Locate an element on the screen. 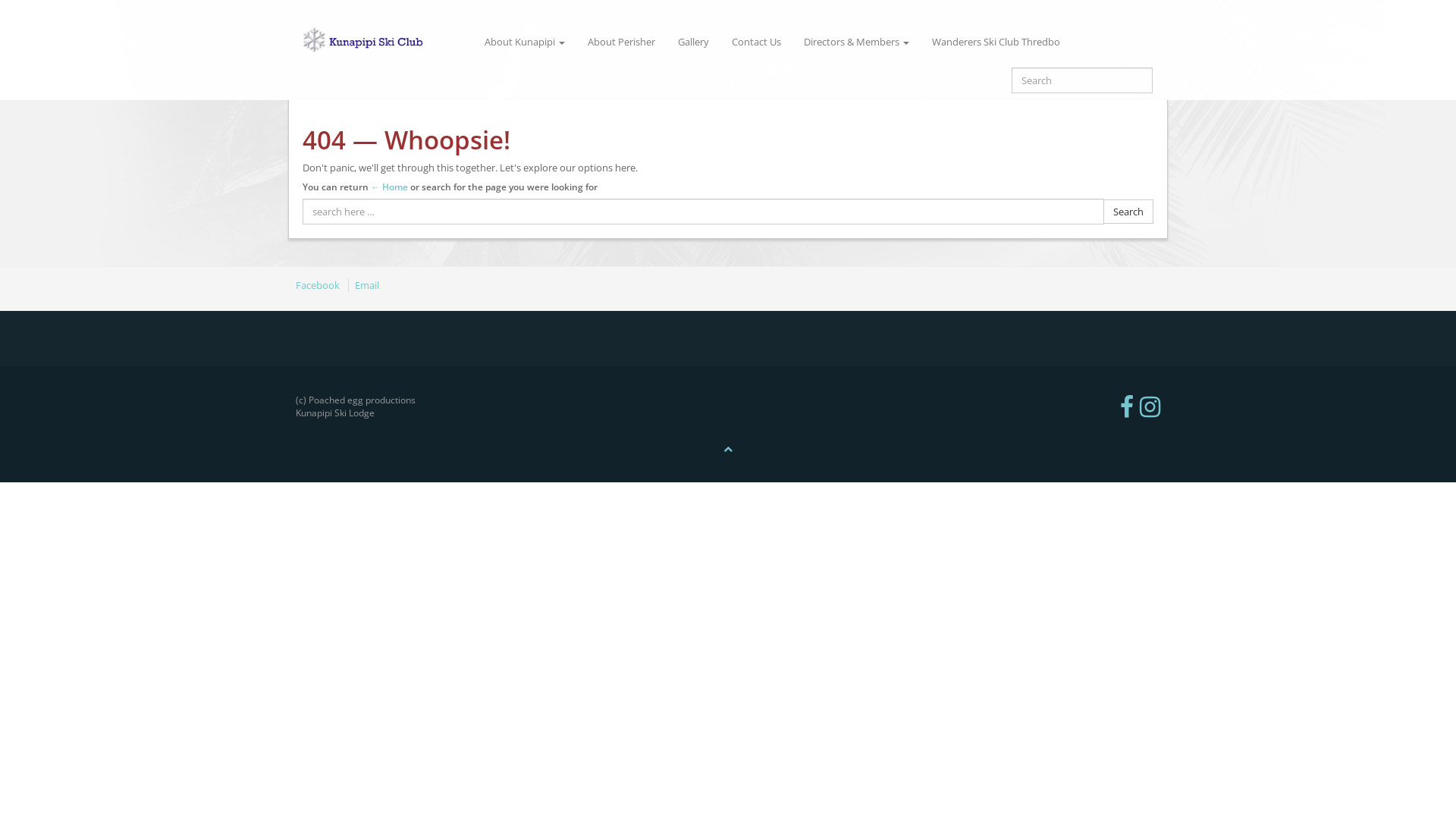 The image size is (1456, 819). 'Gallery' is located at coordinates (666, 40).